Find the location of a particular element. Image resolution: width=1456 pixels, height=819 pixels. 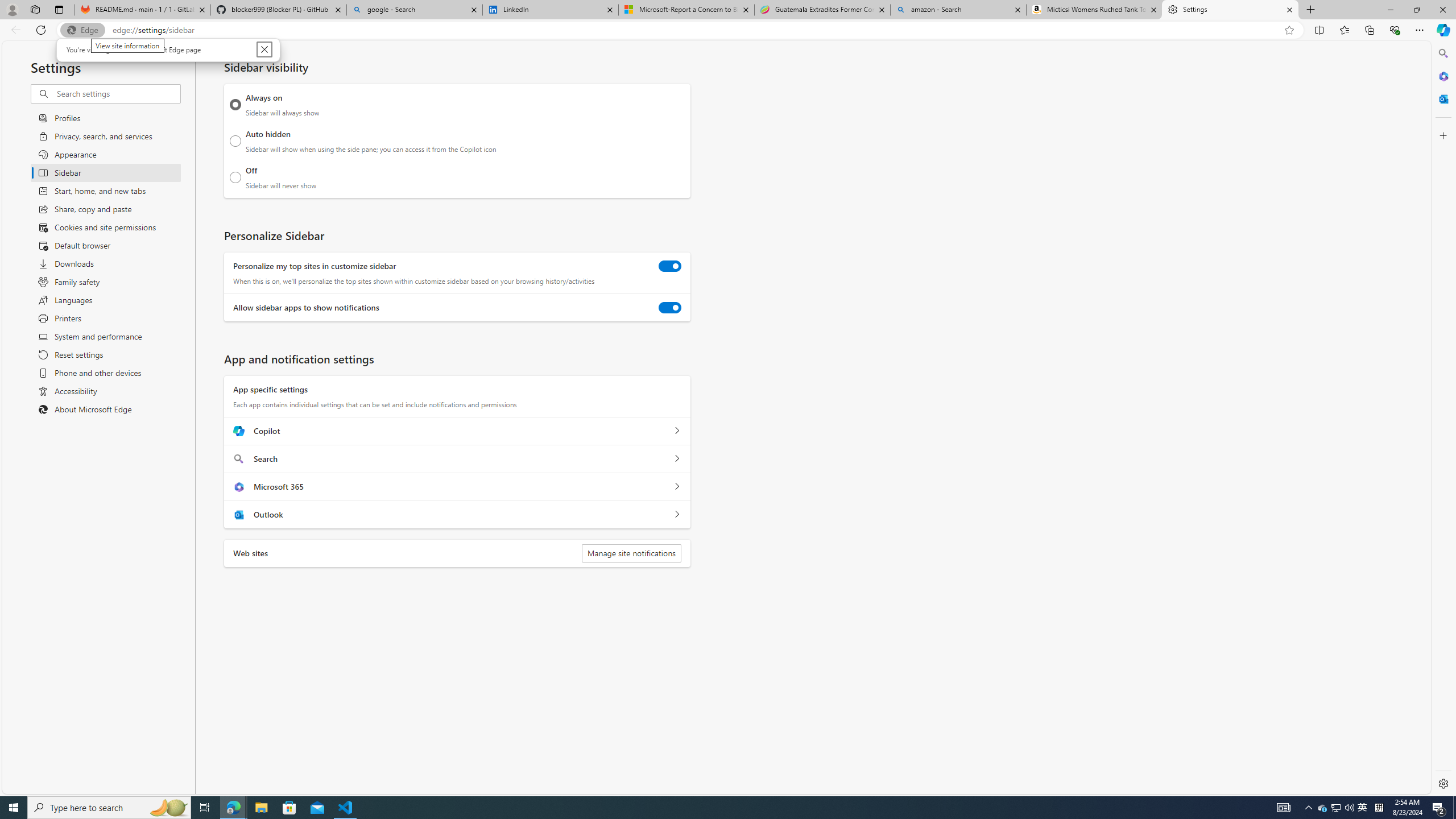

'LinkedIn' is located at coordinates (549, 9).